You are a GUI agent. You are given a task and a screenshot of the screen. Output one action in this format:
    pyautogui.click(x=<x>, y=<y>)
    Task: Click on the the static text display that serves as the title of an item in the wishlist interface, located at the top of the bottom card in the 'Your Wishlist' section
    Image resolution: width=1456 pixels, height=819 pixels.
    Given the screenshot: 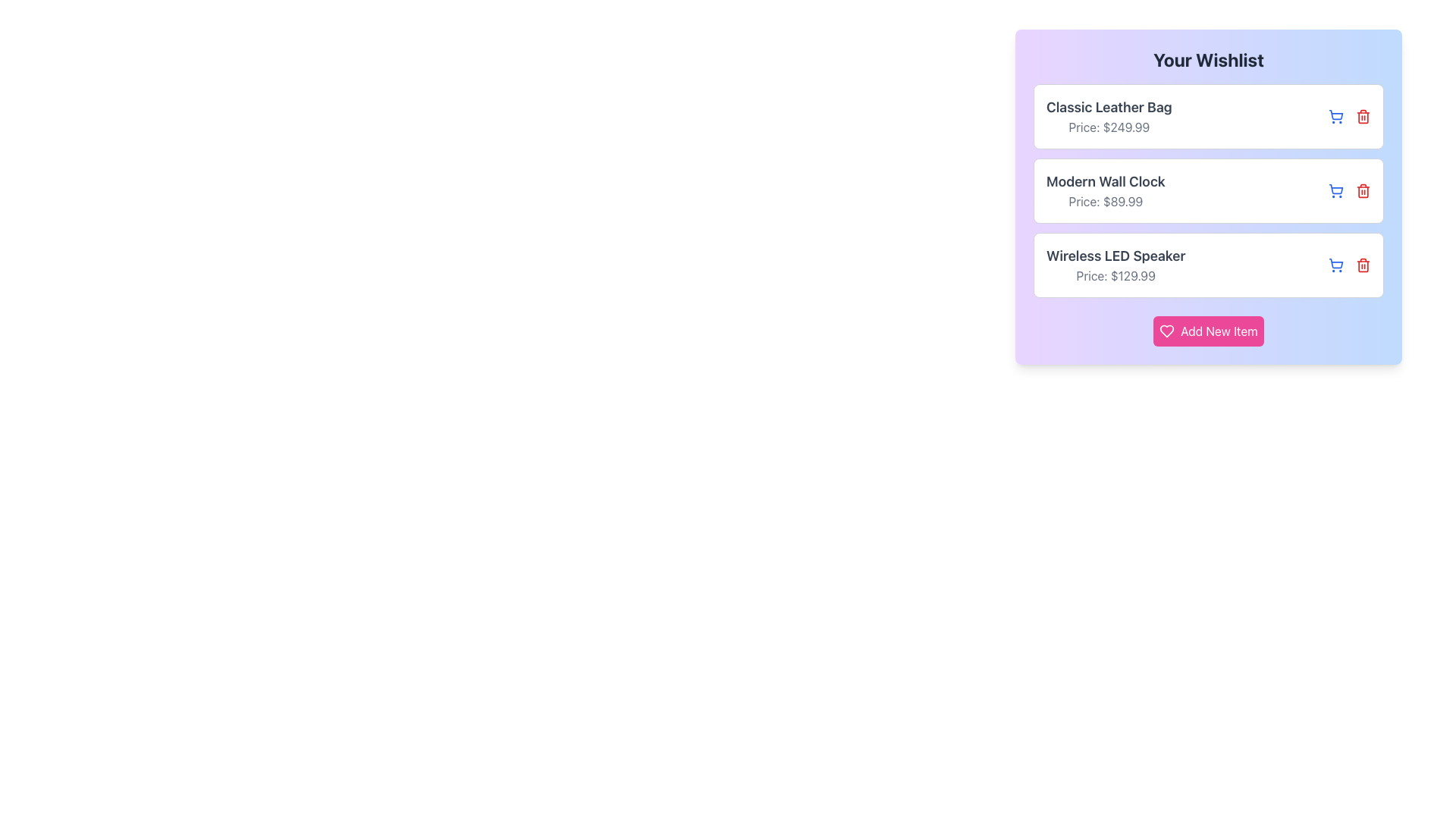 What is the action you would take?
    pyautogui.click(x=1116, y=256)
    